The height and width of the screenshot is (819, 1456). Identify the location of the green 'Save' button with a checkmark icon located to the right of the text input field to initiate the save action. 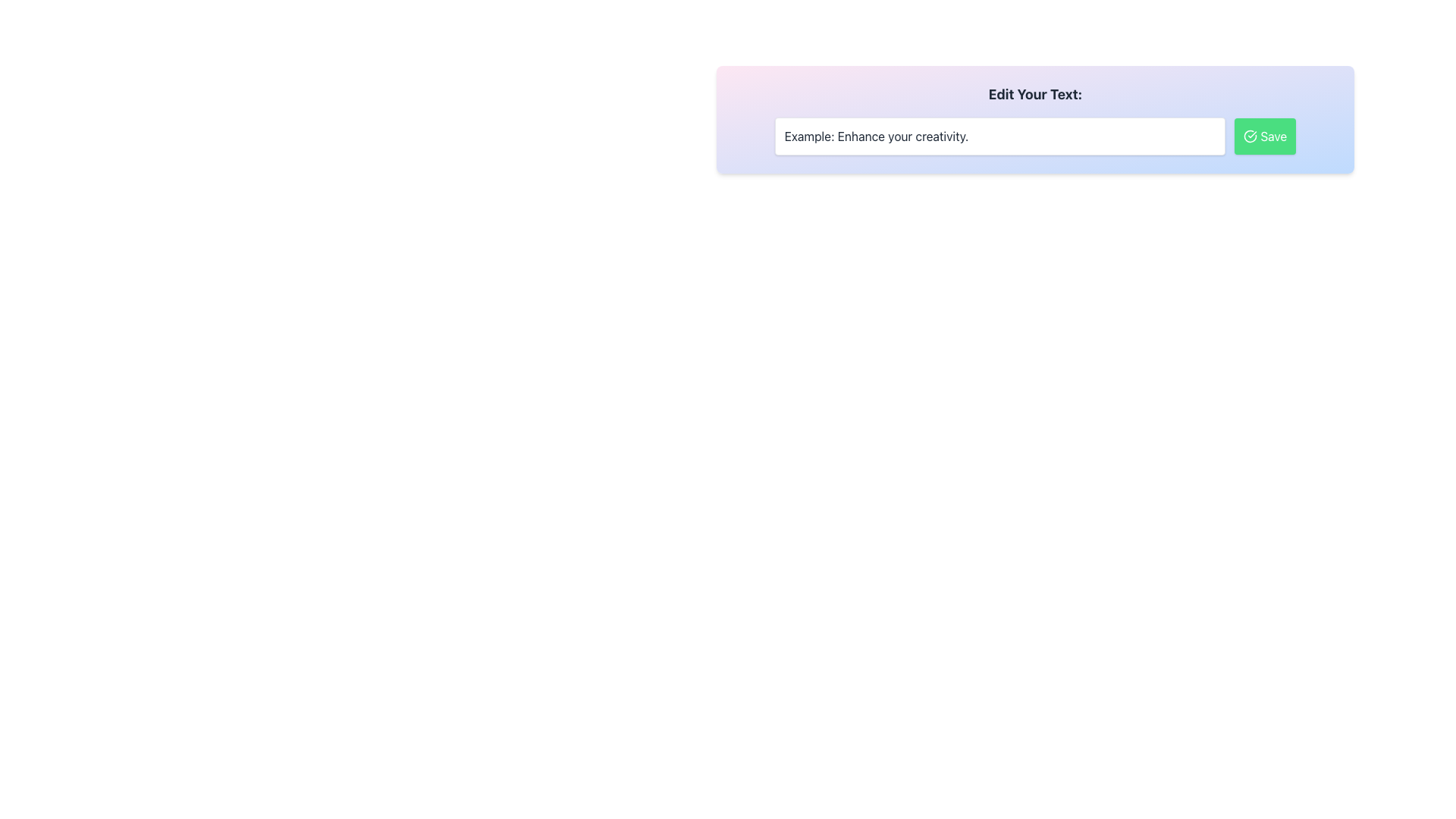
(1265, 136).